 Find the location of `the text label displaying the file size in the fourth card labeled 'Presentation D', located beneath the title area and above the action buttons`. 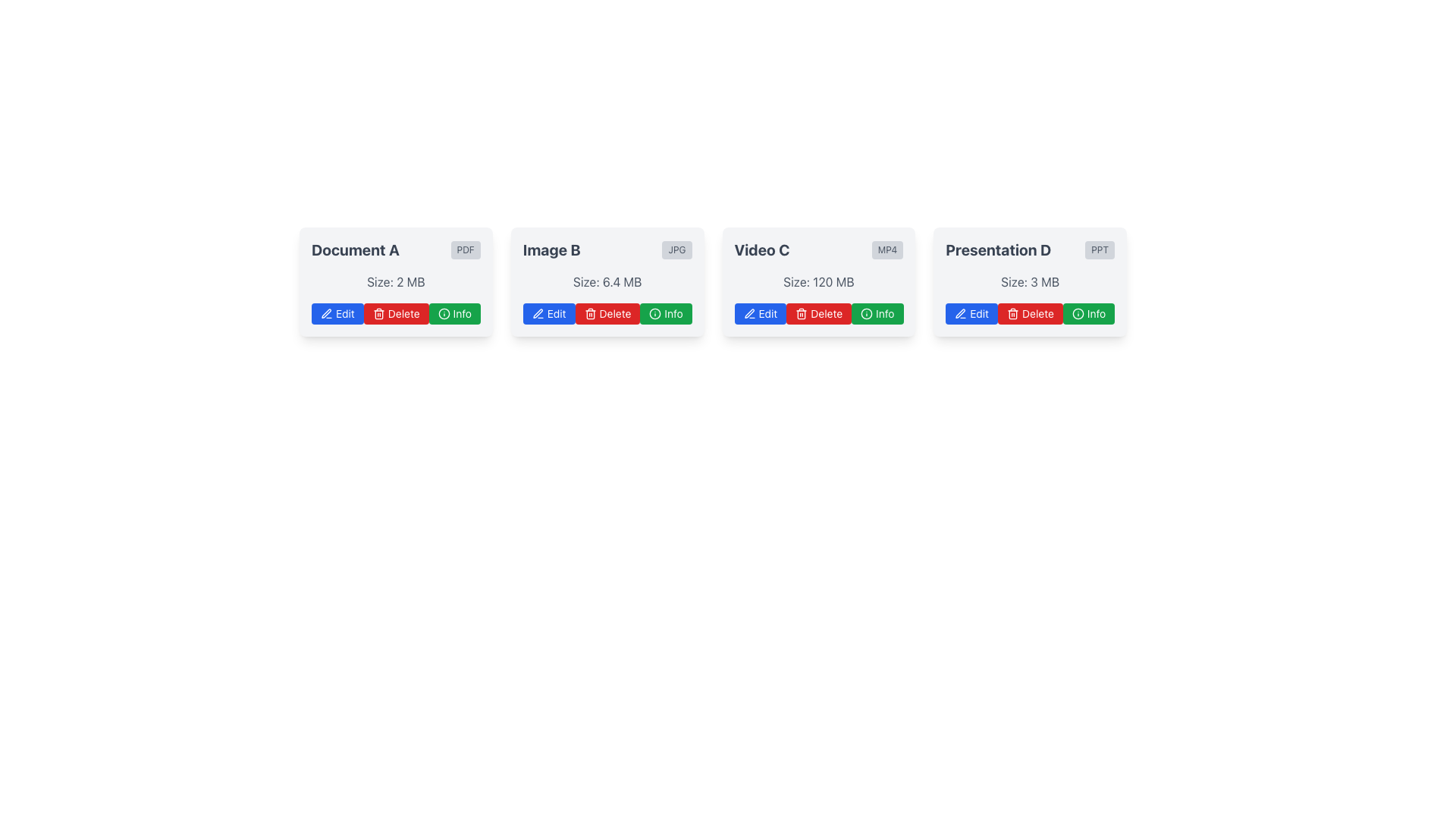

the text label displaying the file size in the fourth card labeled 'Presentation D', located beneath the title area and above the action buttons is located at coordinates (1030, 281).